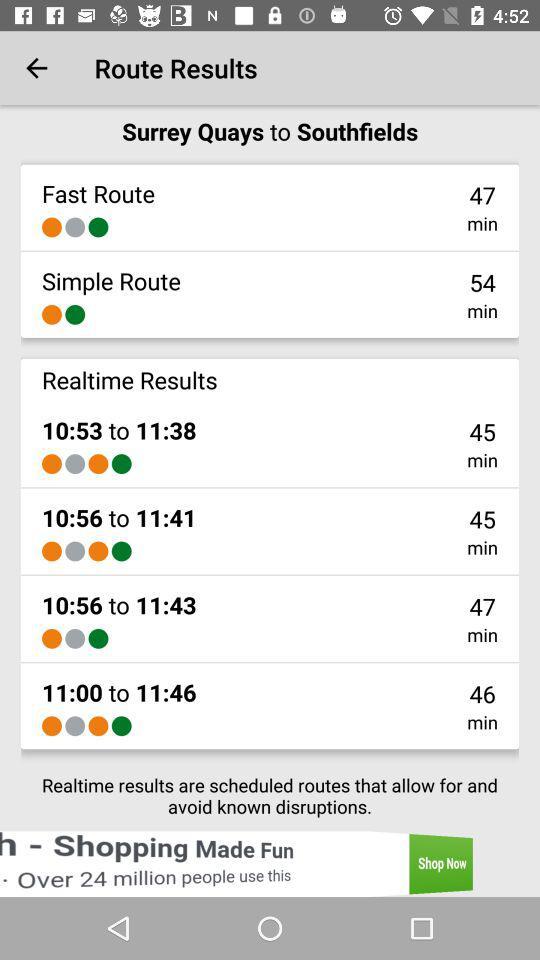 This screenshot has width=540, height=960. What do you see at coordinates (74, 725) in the screenshot?
I see `the icon above realtime results are` at bounding box center [74, 725].